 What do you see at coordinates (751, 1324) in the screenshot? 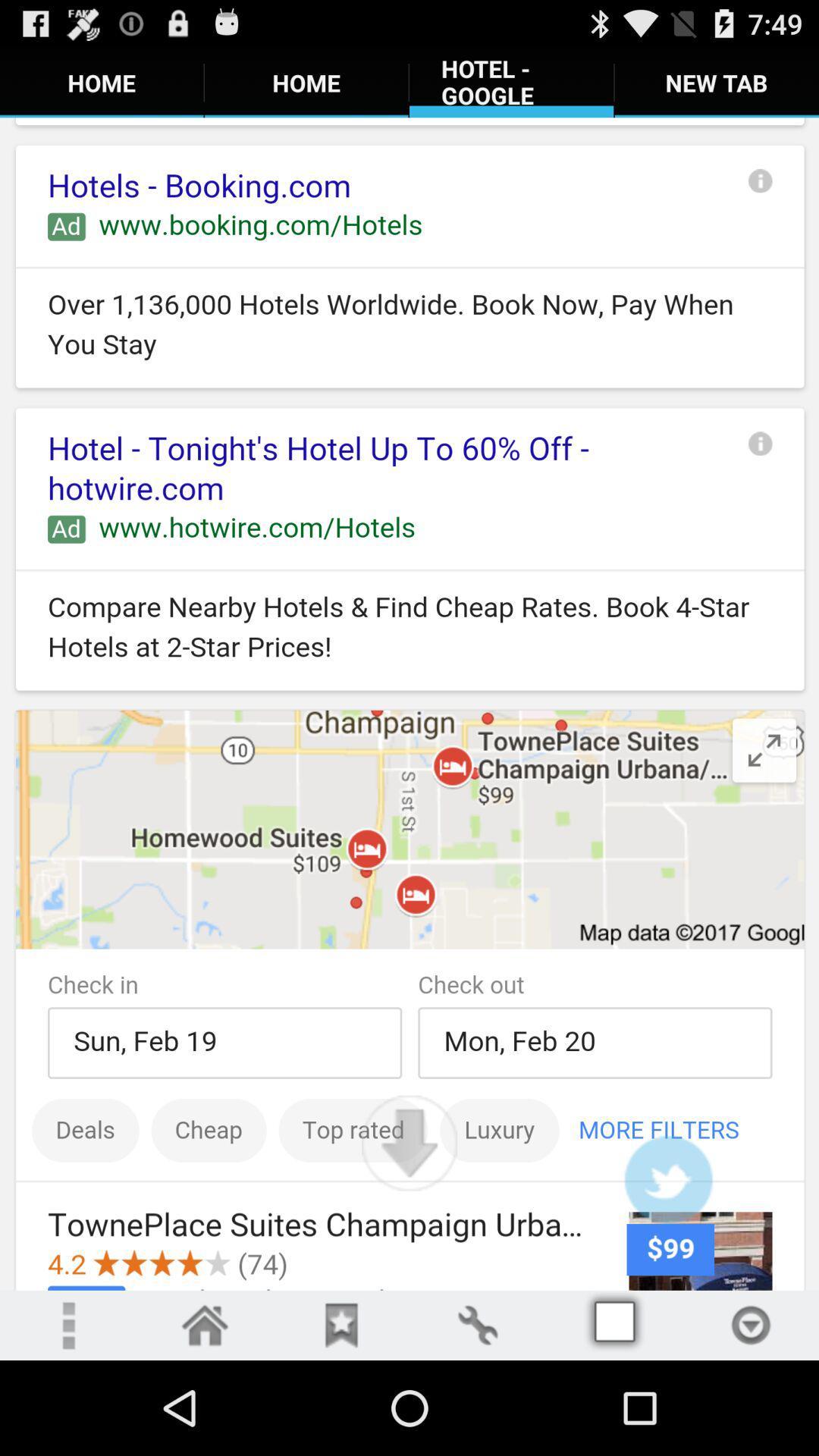
I see `down arrow` at bounding box center [751, 1324].